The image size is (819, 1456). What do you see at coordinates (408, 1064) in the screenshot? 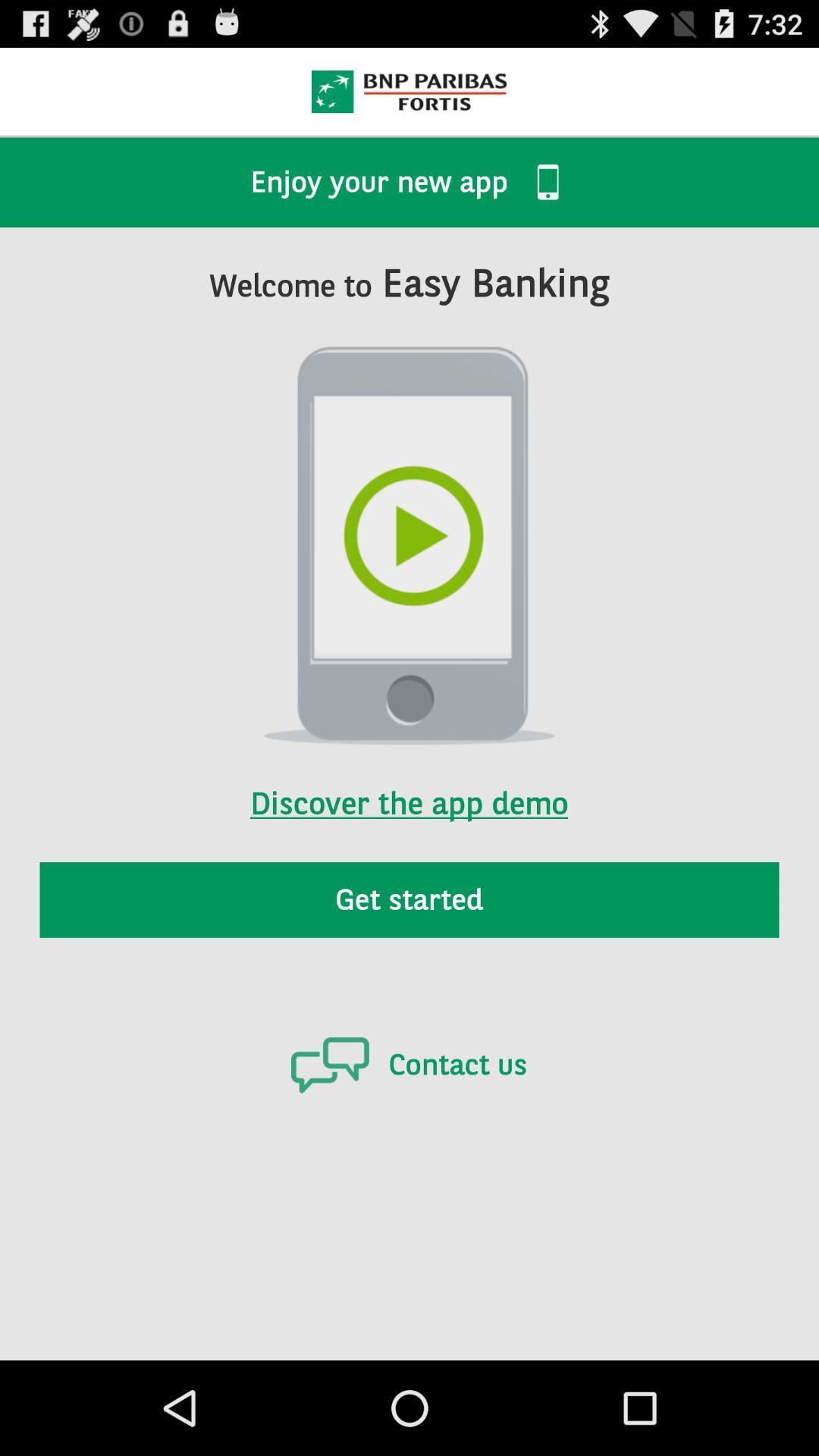
I see `contact us icon` at bounding box center [408, 1064].